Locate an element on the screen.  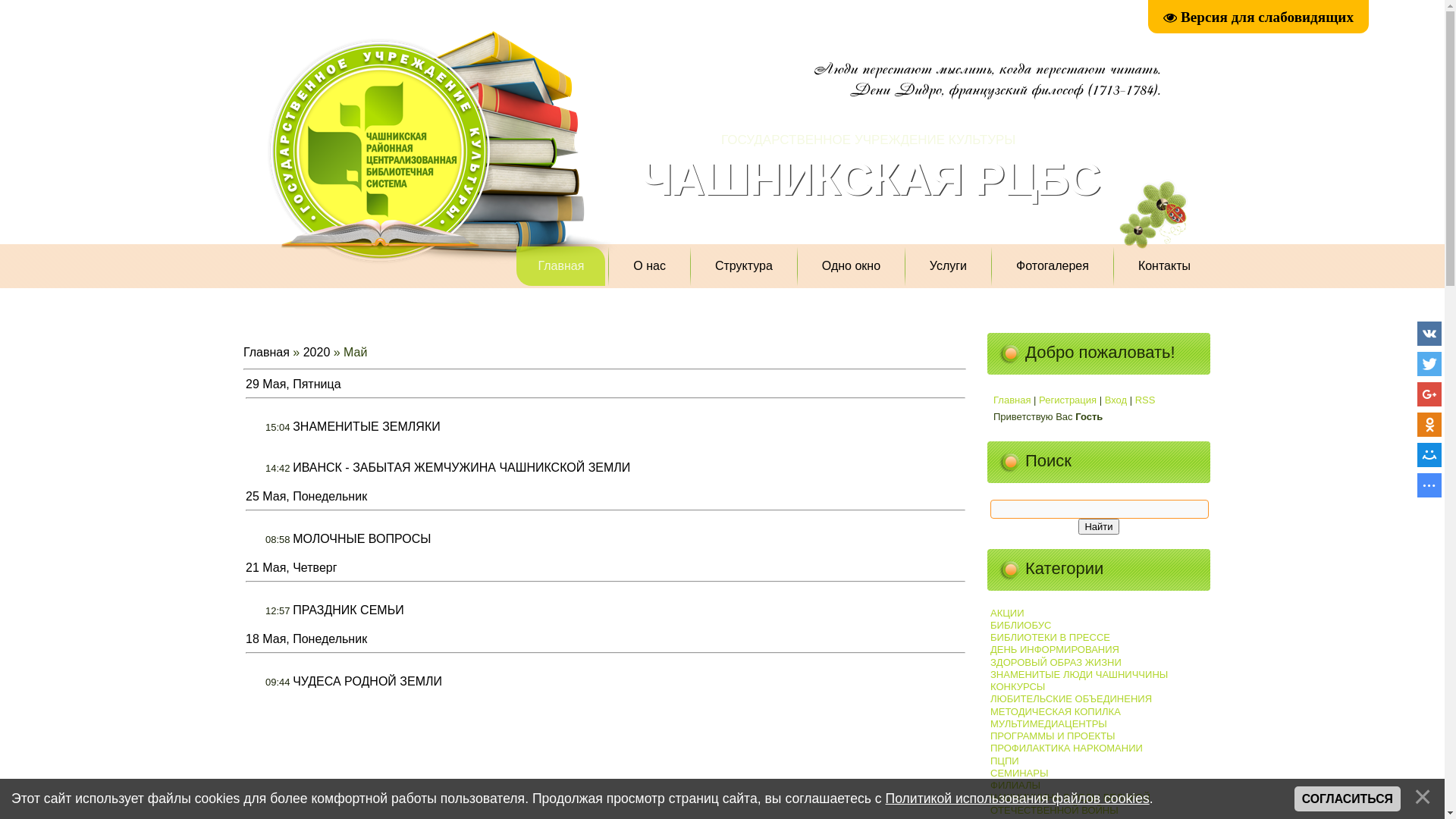
'RSS' is located at coordinates (1145, 399).